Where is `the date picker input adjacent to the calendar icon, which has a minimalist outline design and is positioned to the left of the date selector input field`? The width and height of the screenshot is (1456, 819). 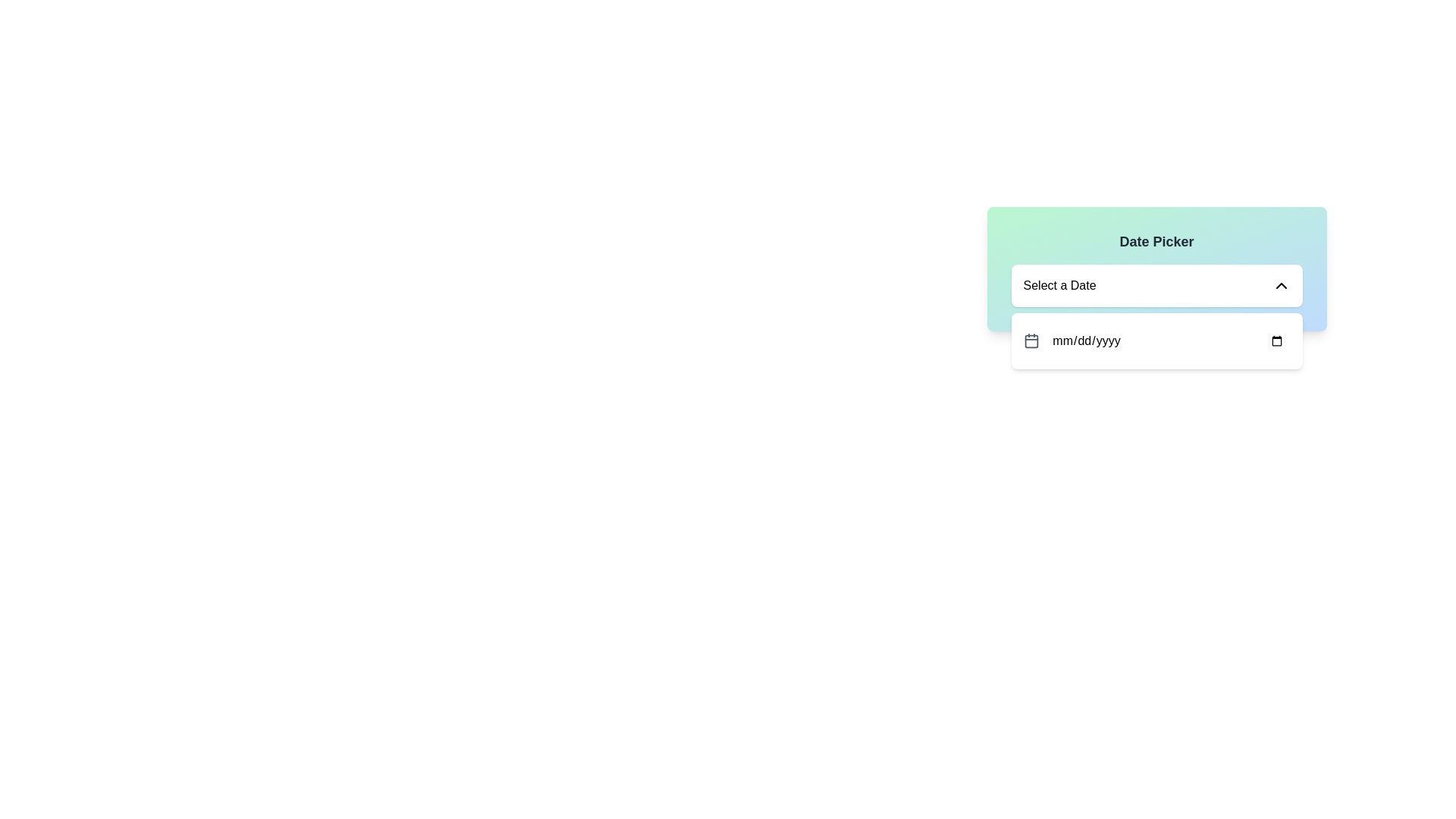 the date picker input adjacent to the calendar icon, which has a minimalist outline design and is positioned to the left of the date selector input field is located at coordinates (1031, 341).